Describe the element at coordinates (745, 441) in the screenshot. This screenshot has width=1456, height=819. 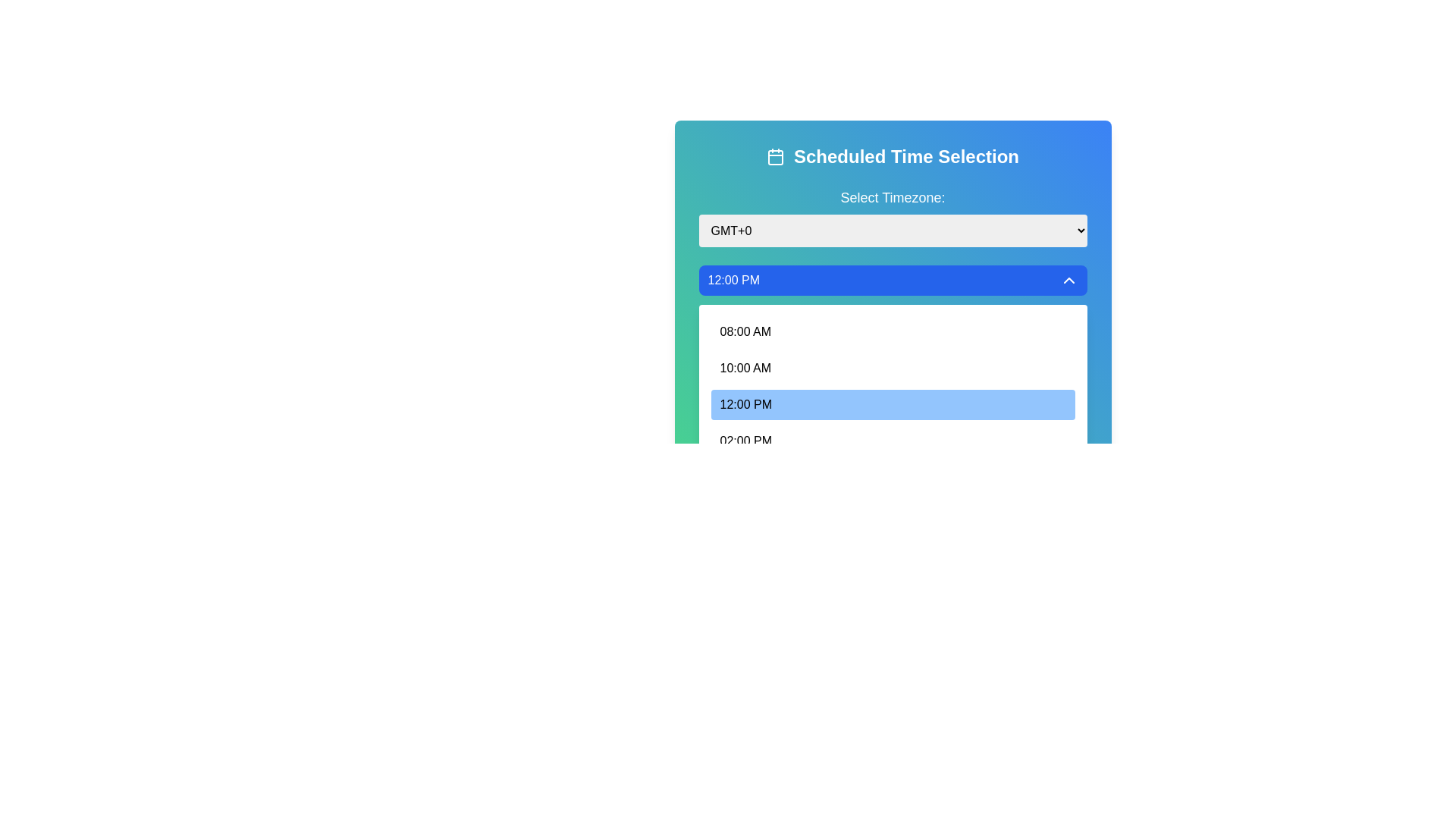
I see `the time selection menu item displaying '02:00 PM' at the bottom of the dropdown list` at that location.